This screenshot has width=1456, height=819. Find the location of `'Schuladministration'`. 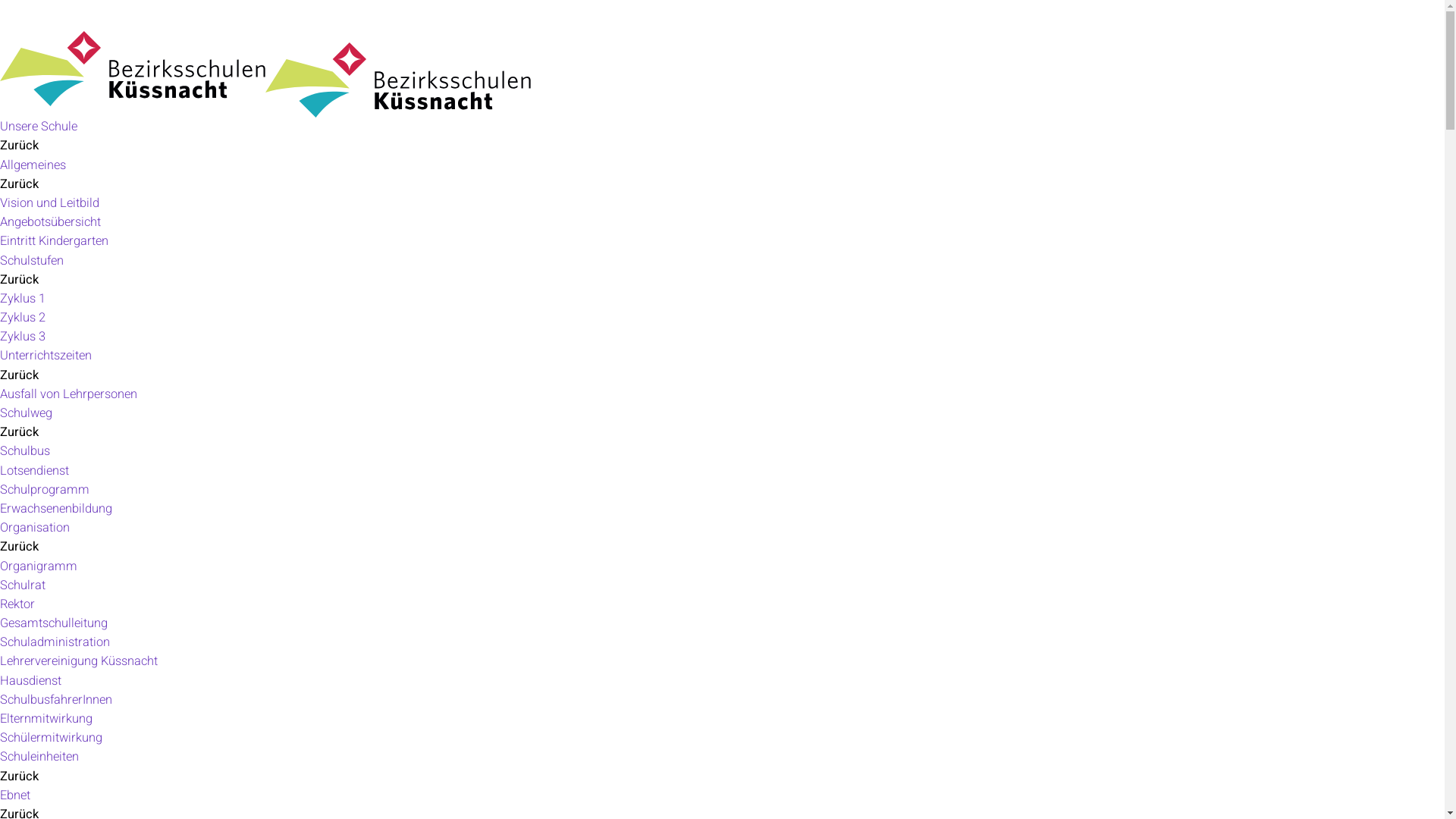

'Schuladministration' is located at coordinates (55, 642).